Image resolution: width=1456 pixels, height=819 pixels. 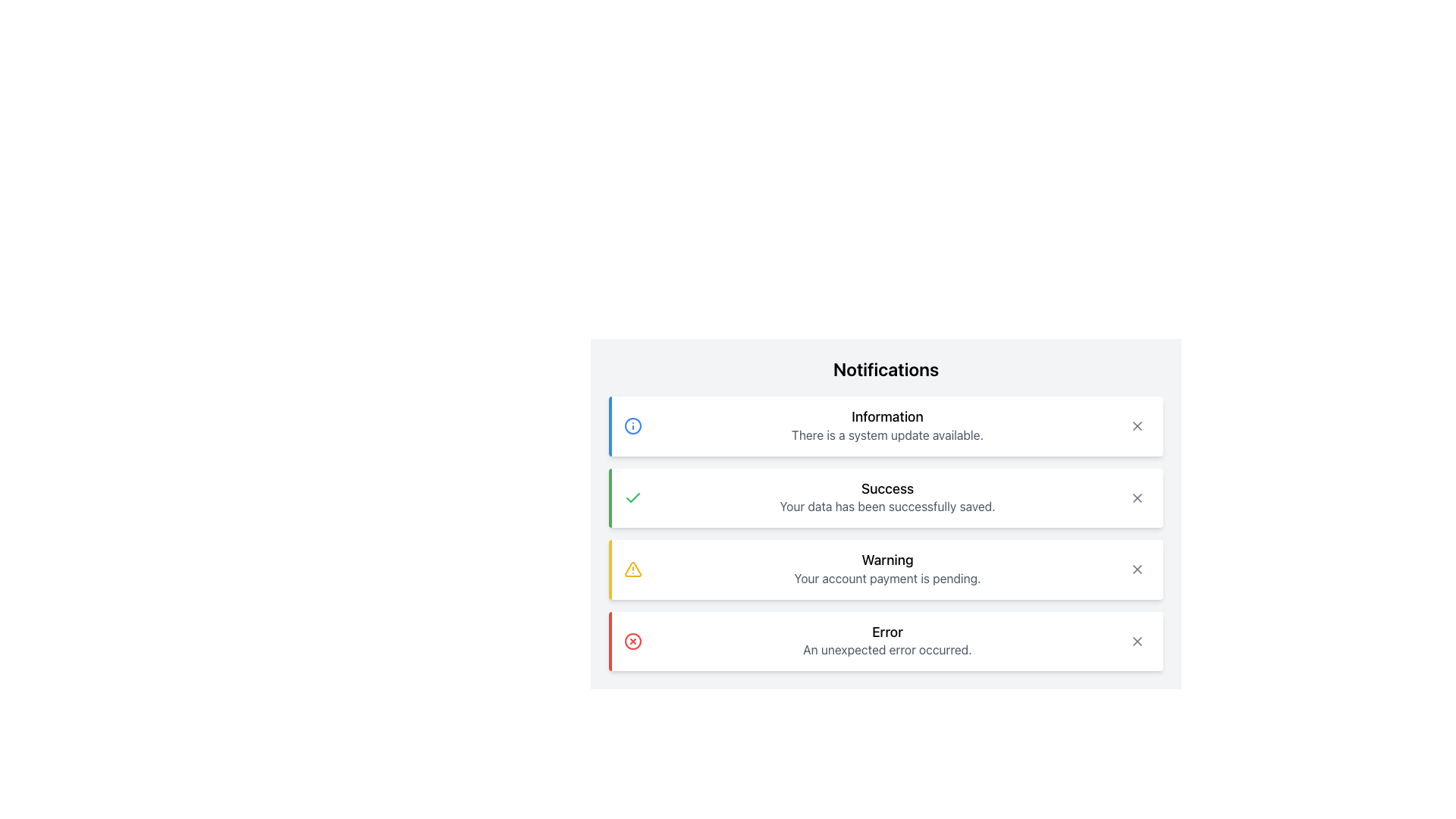 What do you see at coordinates (1137, 497) in the screenshot?
I see `the dismiss button located in the top right corner of the 'Success' notification, next to the text 'Your data has been successfully saved.'` at bounding box center [1137, 497].